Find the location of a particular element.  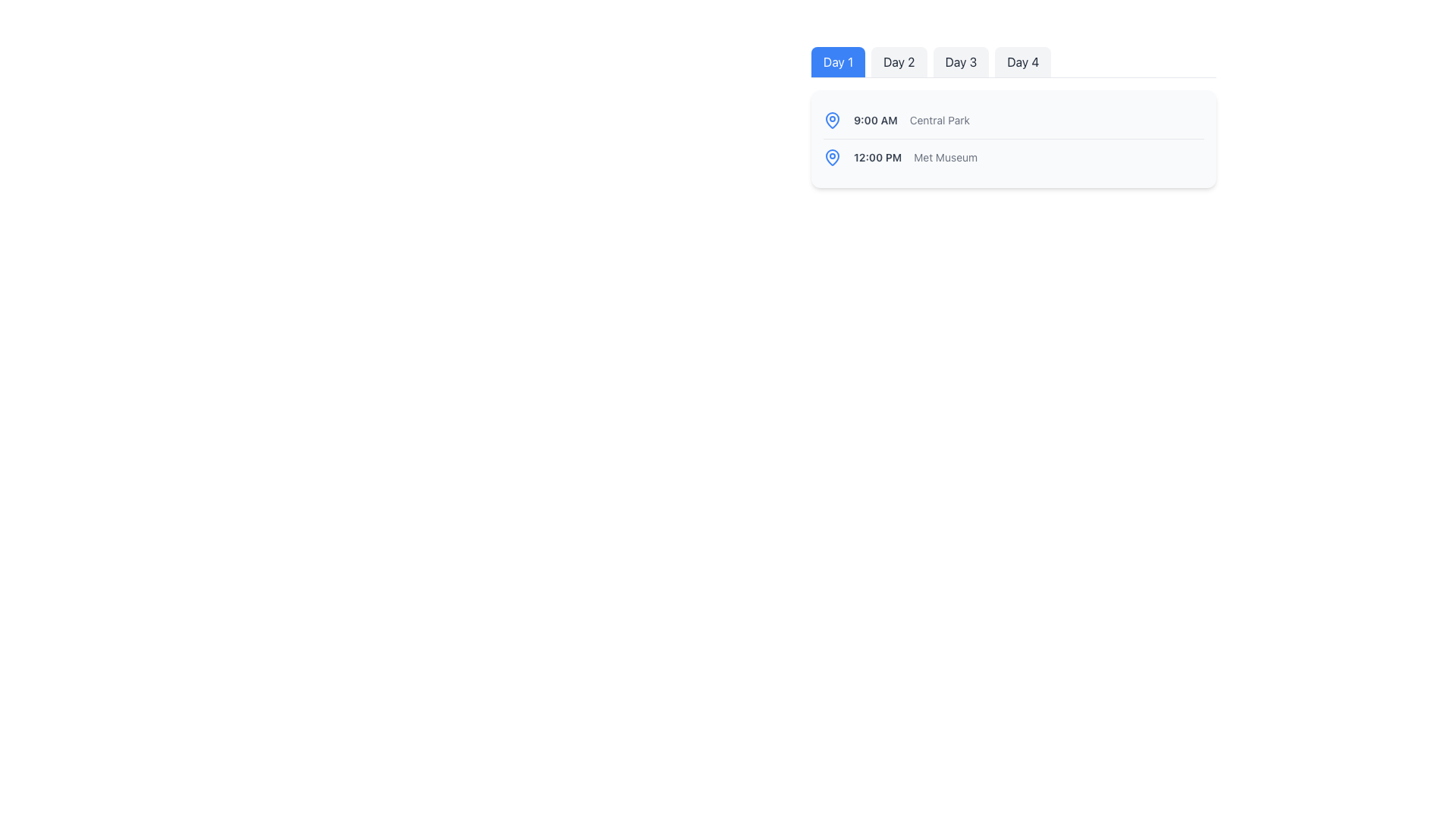

the Label element displaying '9:00 AM', which is positioned to the right of a blue icon and to the left of the text 'Central Park' is located at coordinates (875, 119).